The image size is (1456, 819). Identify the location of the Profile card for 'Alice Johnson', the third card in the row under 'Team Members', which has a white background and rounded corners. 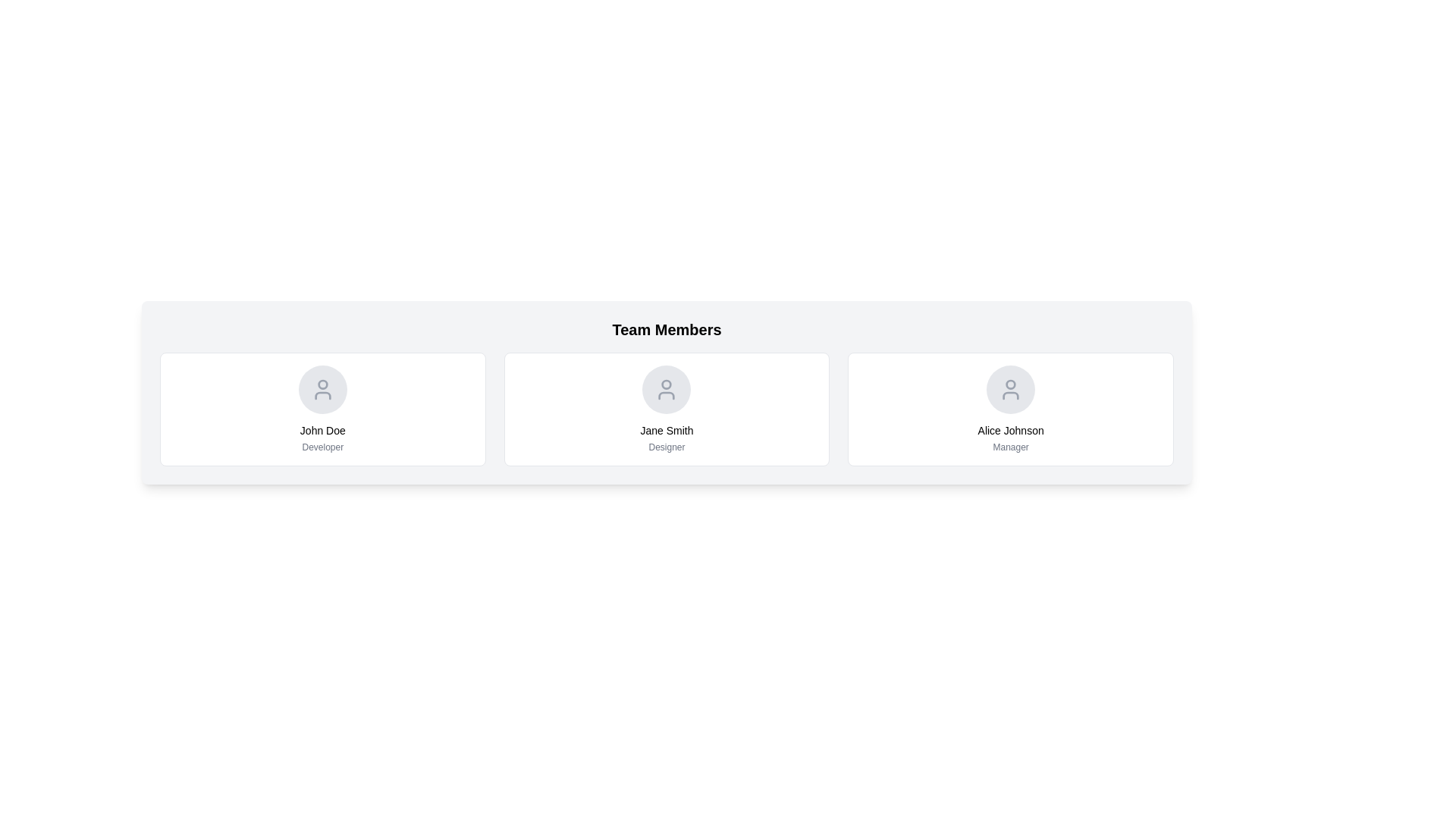
(1011, 409).